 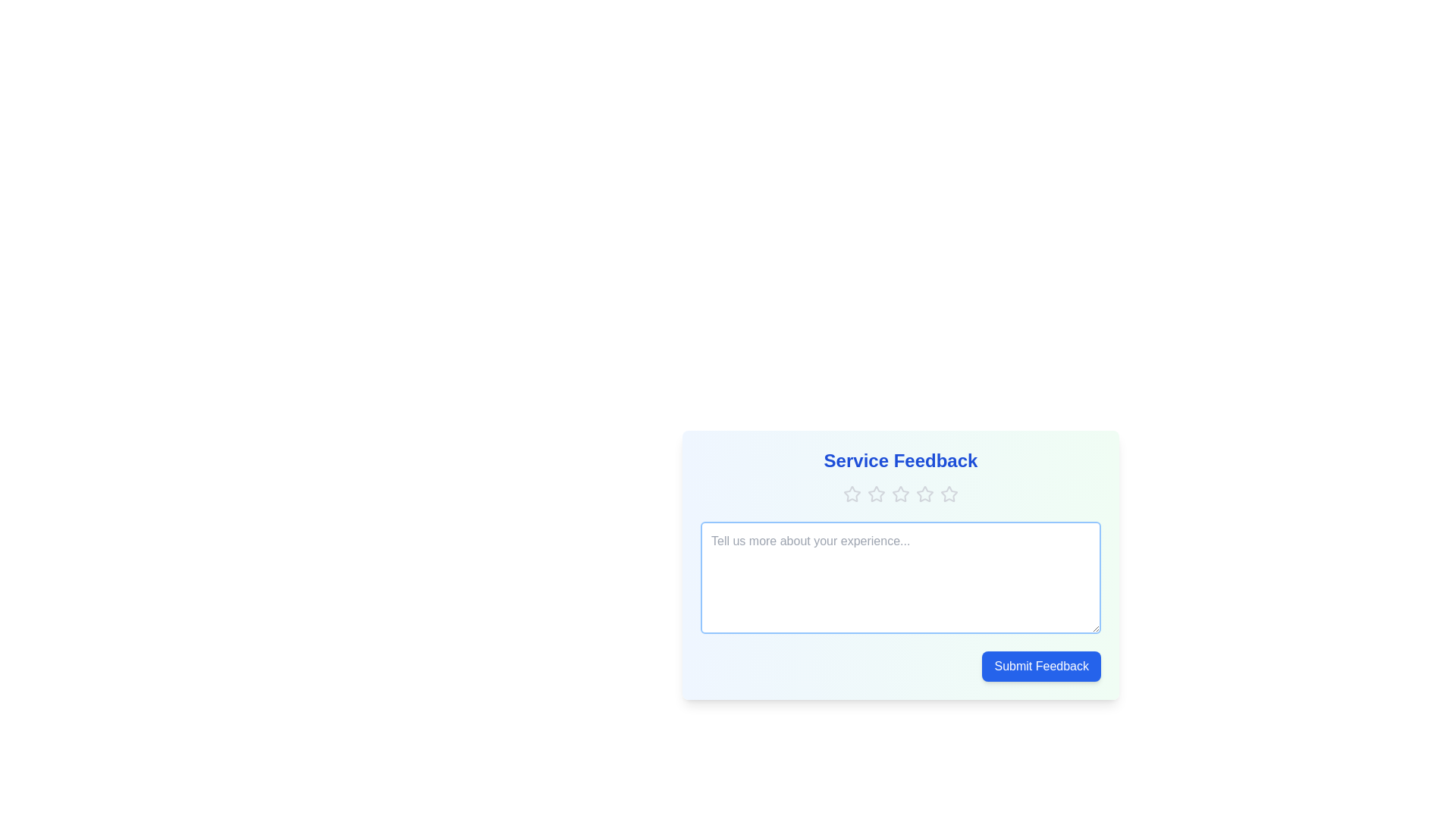 I want to click on the star corresponding to the desired rating 5, so click(x=949, y=494).